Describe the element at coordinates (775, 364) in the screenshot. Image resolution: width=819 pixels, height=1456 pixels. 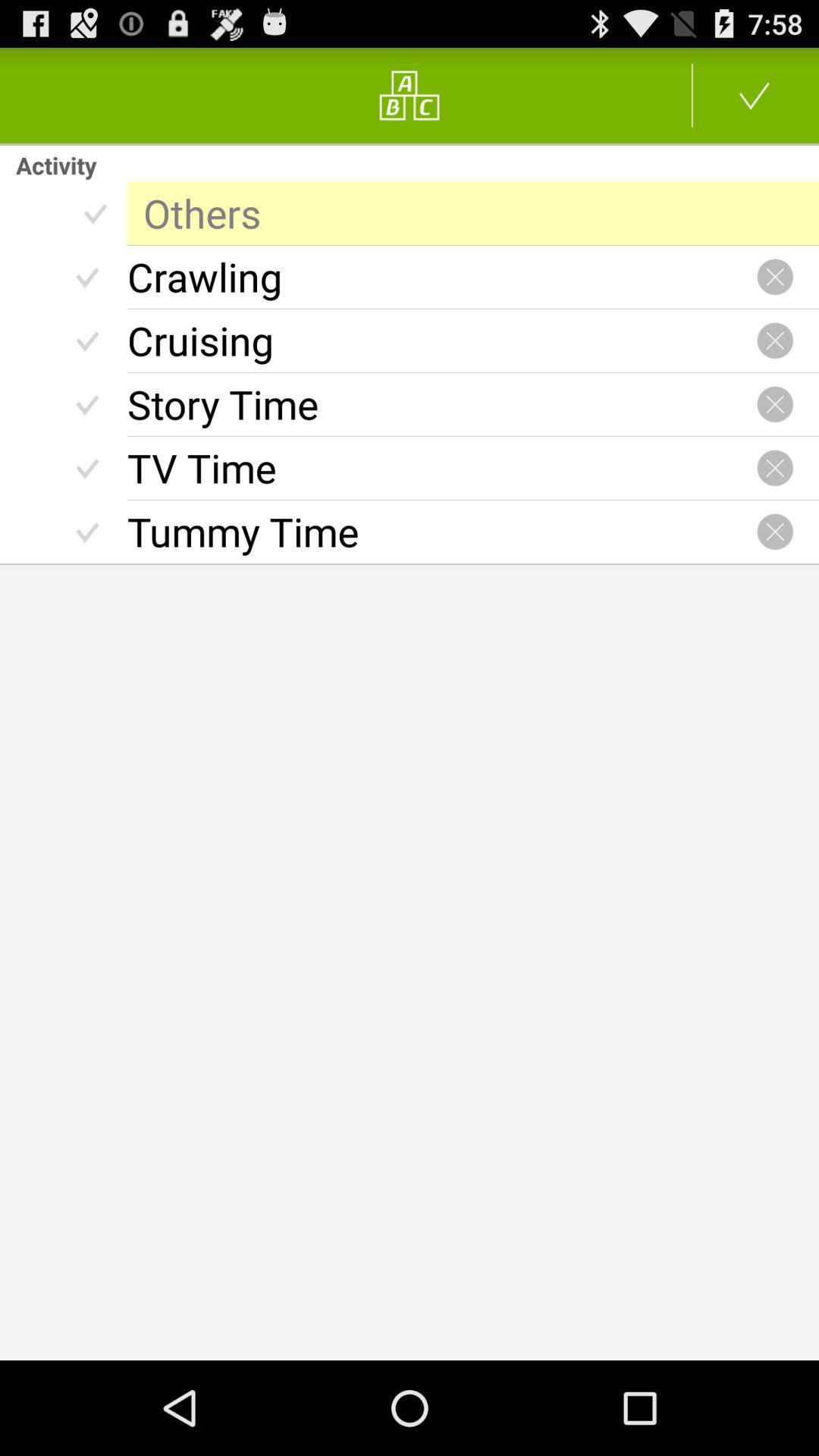
I see `the close icon` at that location.